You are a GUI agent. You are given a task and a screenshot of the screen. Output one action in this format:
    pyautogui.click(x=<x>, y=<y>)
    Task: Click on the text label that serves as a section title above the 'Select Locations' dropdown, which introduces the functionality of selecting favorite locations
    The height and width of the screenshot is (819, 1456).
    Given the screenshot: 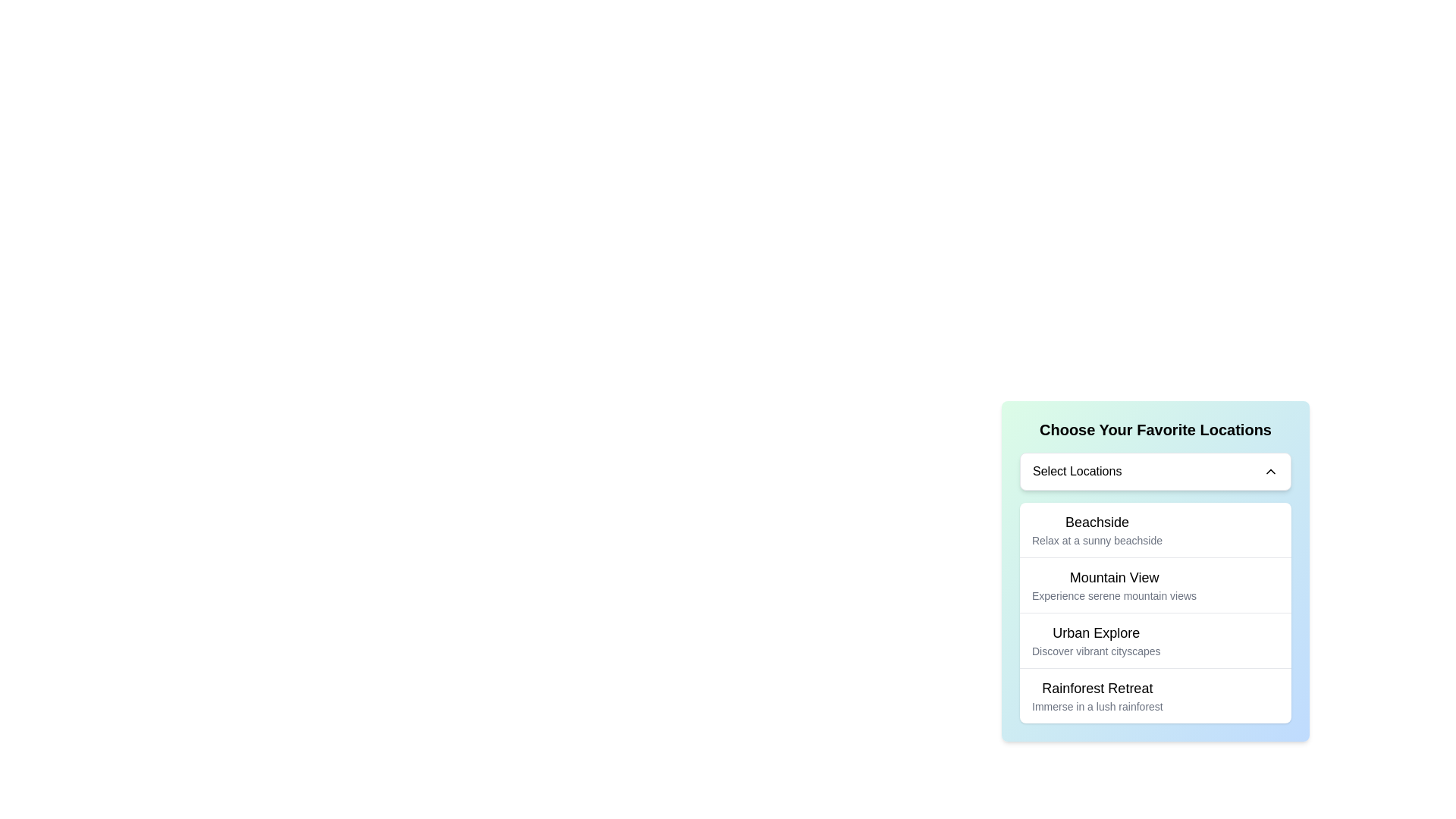 What is the action you would take?
    pyautogui.click(x=1154, y=430)
    